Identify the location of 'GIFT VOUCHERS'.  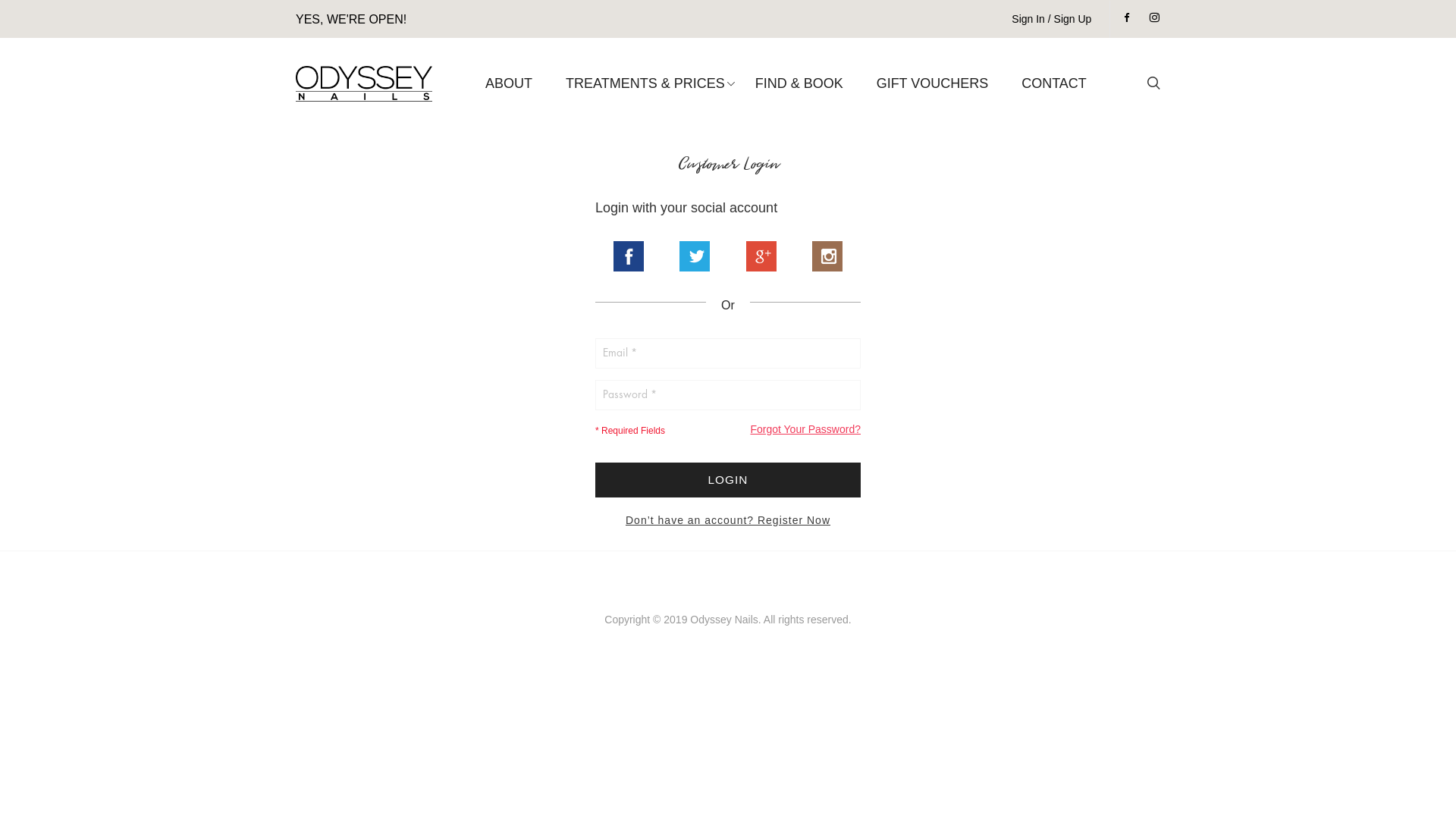
(869, 83).